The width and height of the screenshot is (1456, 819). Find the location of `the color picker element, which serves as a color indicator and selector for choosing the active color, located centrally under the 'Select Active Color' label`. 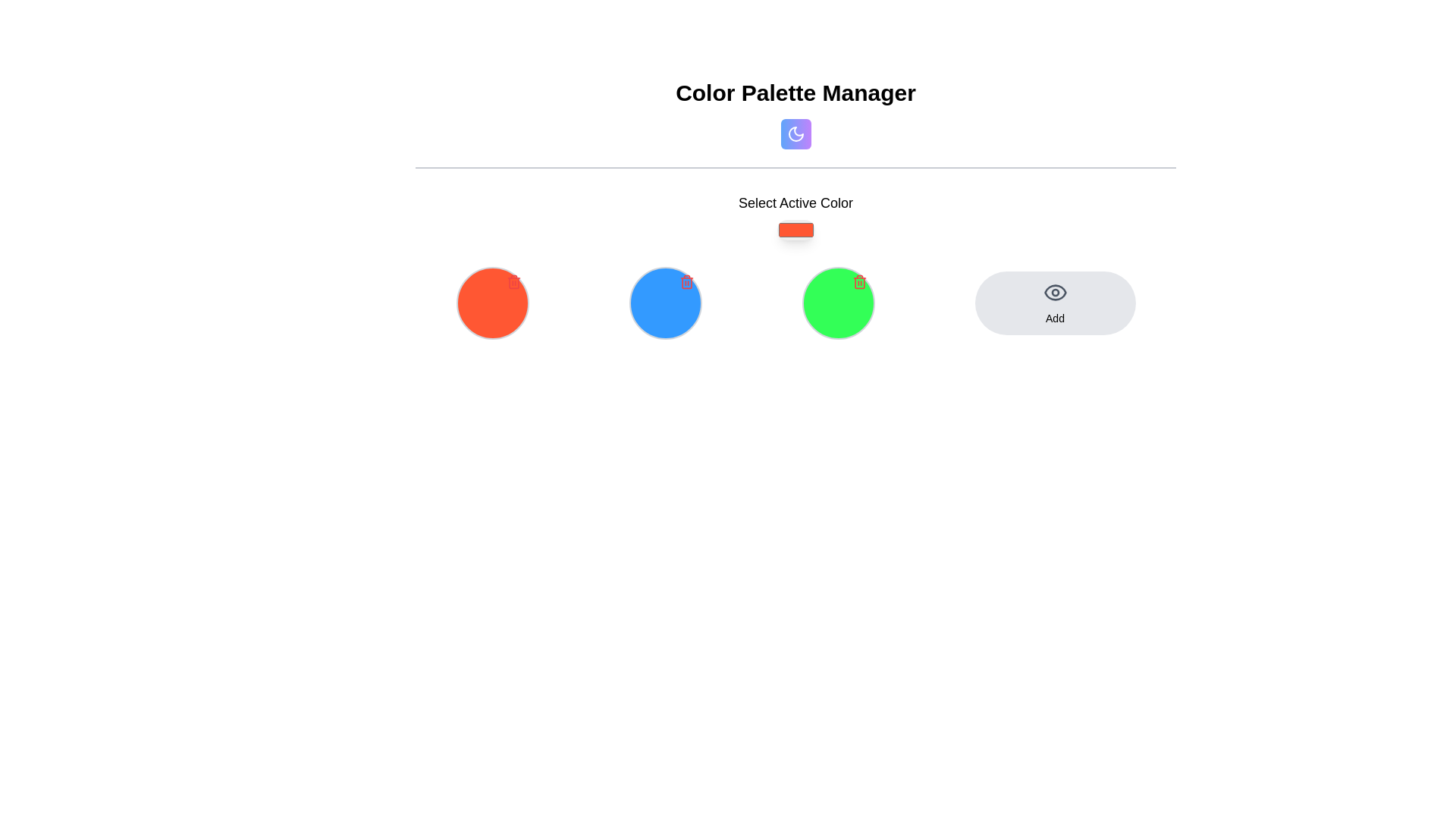

the color picker element, which serves as a color indicator and selector for choosing the active color, located centrally under the 'Select Active Color' label is located at coordinates (795, 230).